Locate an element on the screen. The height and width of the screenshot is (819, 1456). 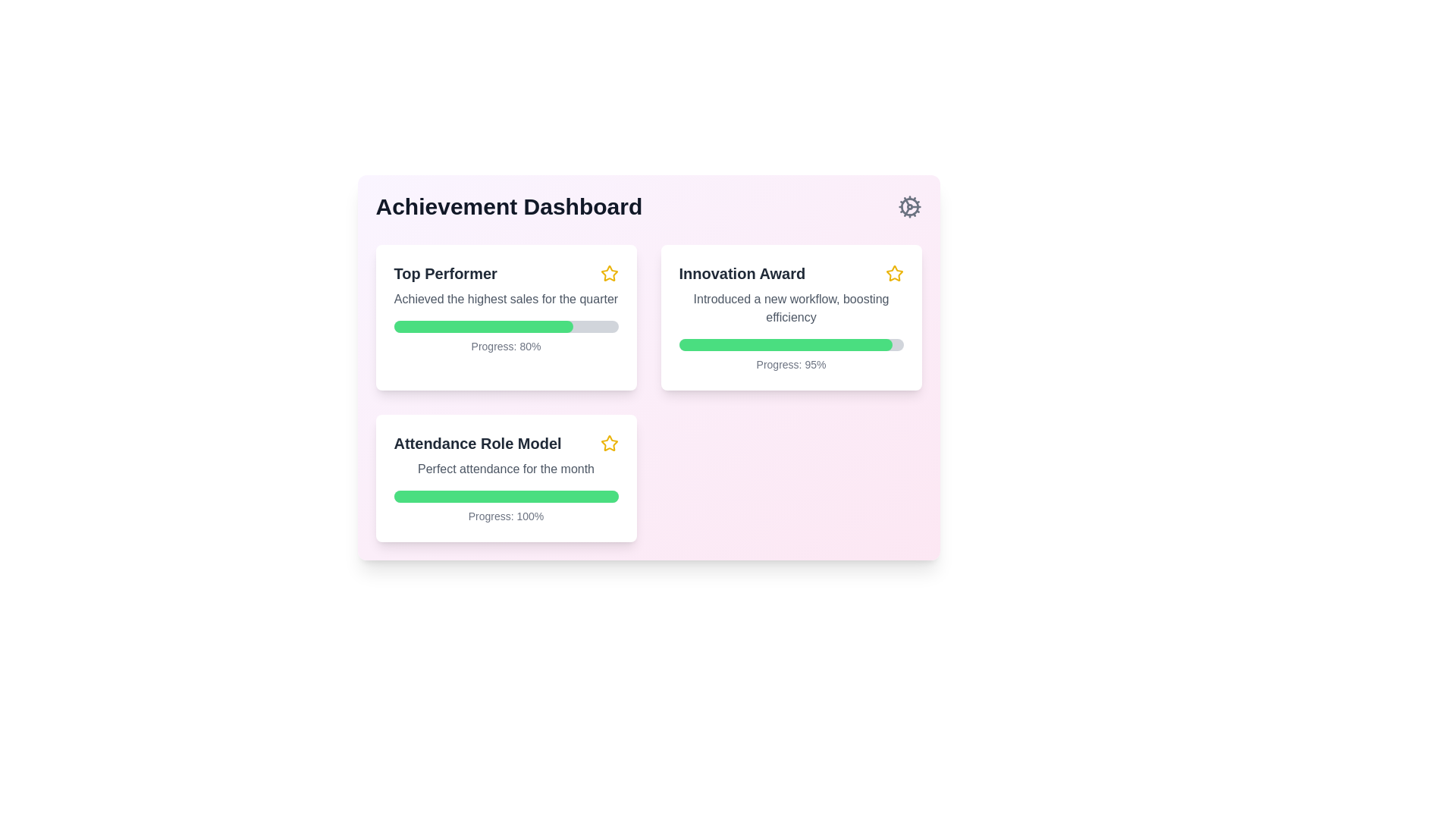
the star-shaped icon with a yellow outline in the top-right corner of the 'Innovation Award' card is located at coordinates (609, 273).